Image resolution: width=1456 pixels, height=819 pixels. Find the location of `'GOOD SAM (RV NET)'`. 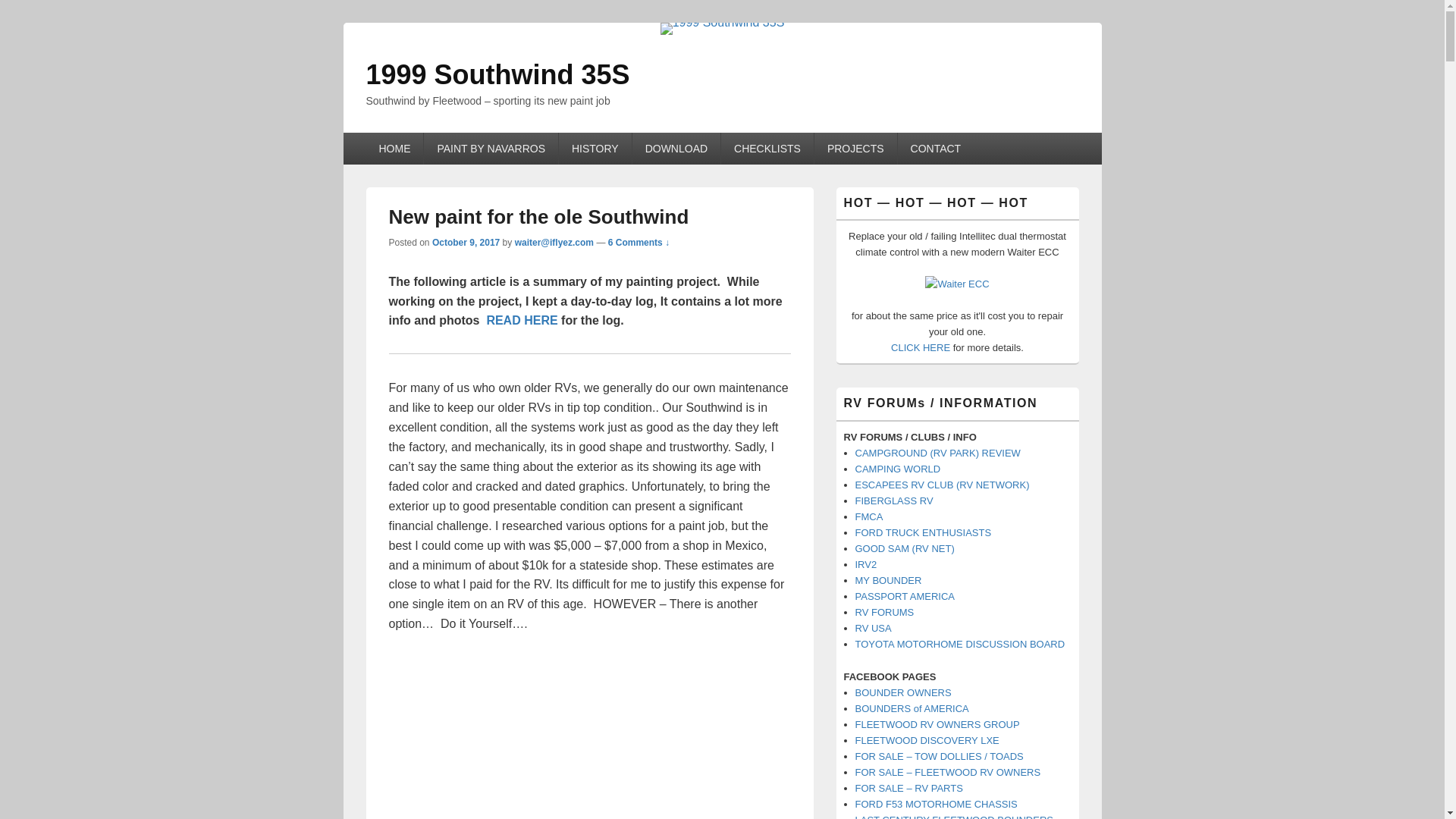

'GOOD SAM (RV NET)' is located at coordinates (905, 548).